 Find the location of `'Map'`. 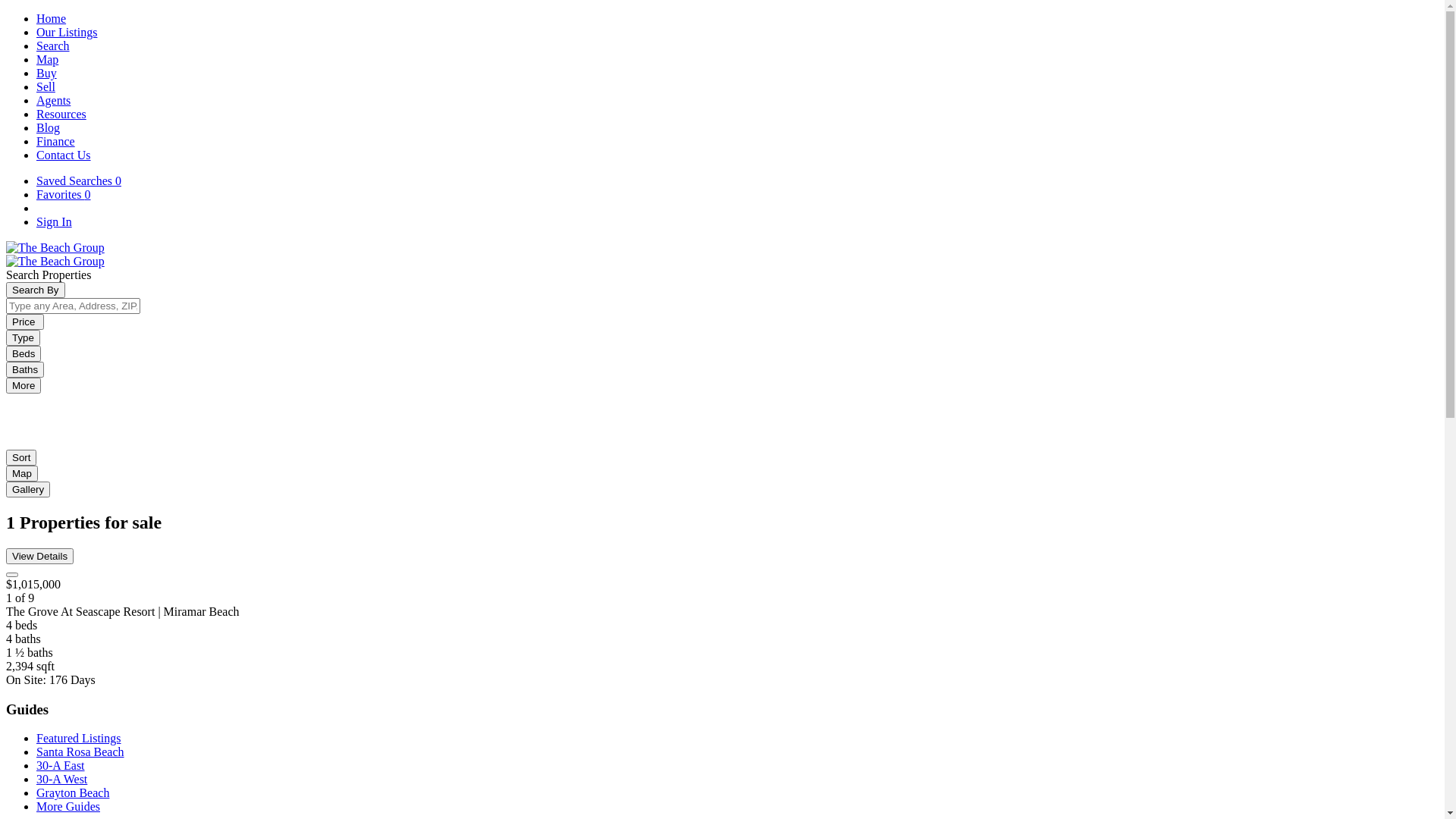

'Map' is located at coordinates (21, 472).